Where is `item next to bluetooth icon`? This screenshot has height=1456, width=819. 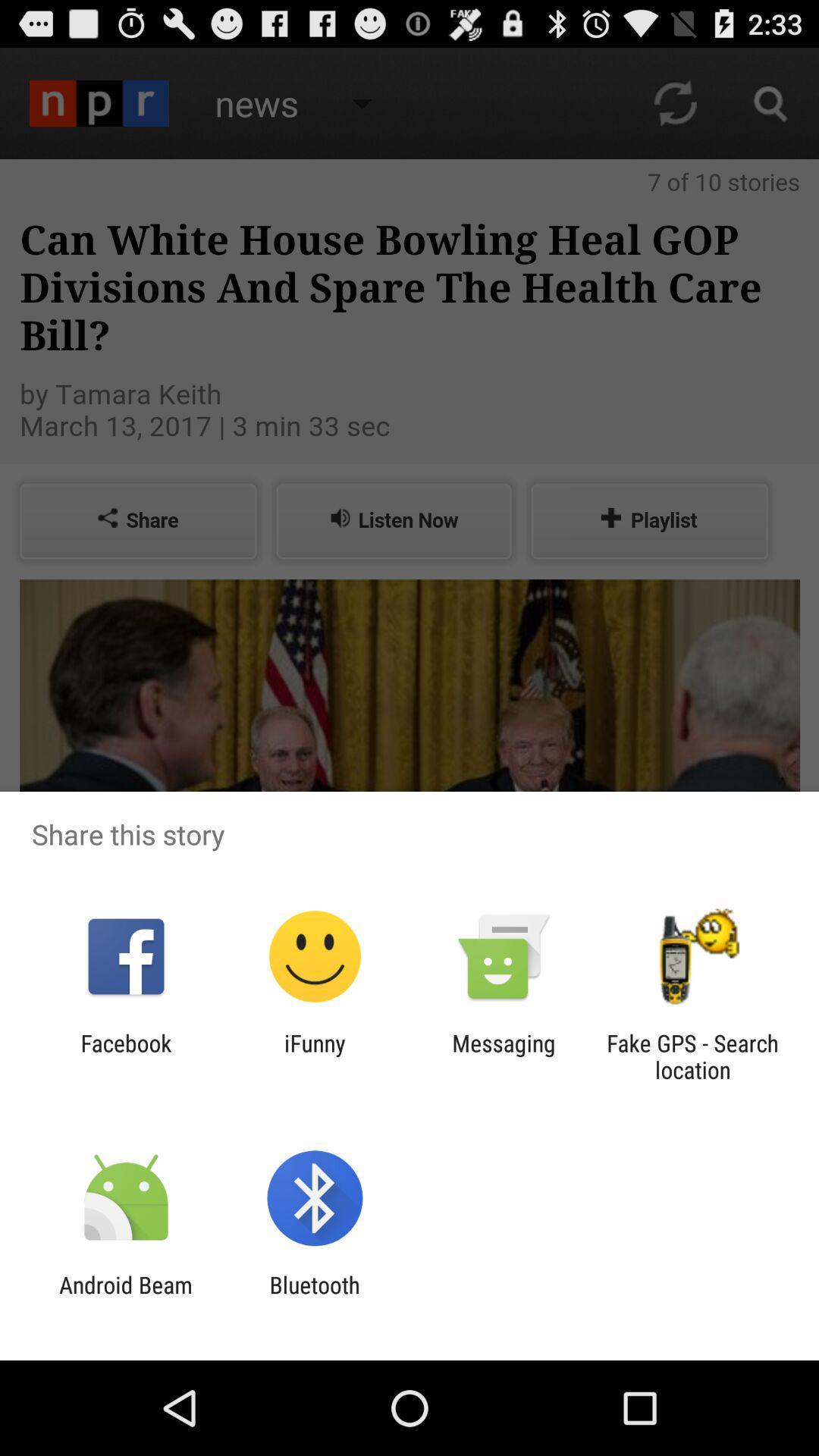 item next to bluetooth icon is located at coordinates (125, 1298).